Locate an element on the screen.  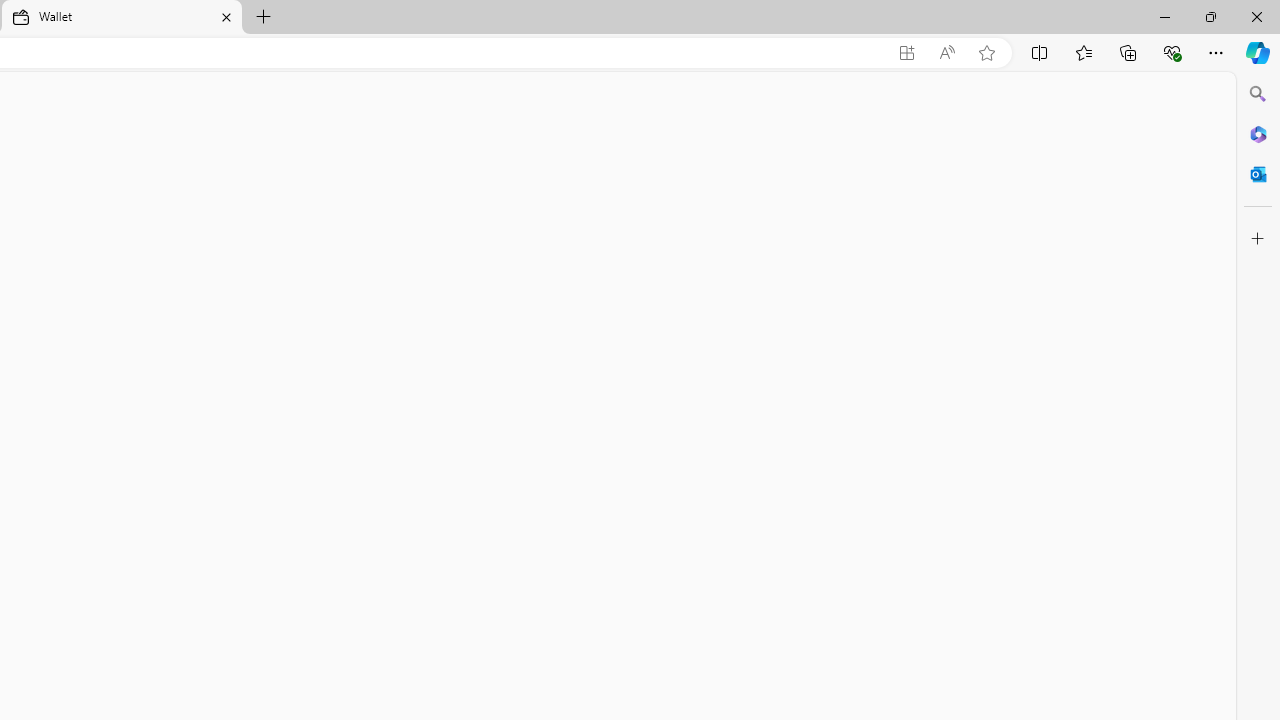
'Customize' is located at coordinates (1257, 238).